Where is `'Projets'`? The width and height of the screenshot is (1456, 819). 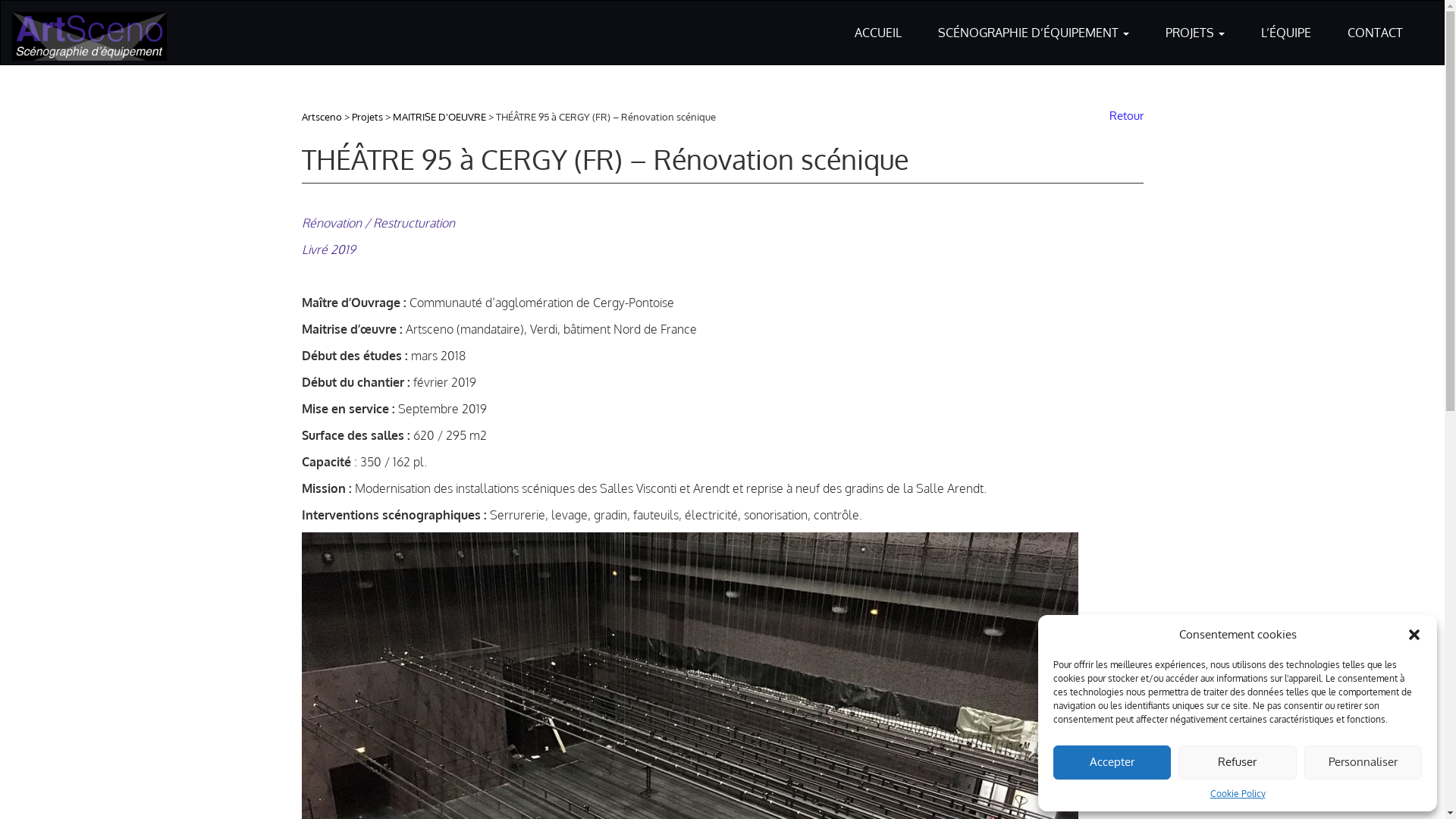 'Projets' is located at coordinates (367, 116).